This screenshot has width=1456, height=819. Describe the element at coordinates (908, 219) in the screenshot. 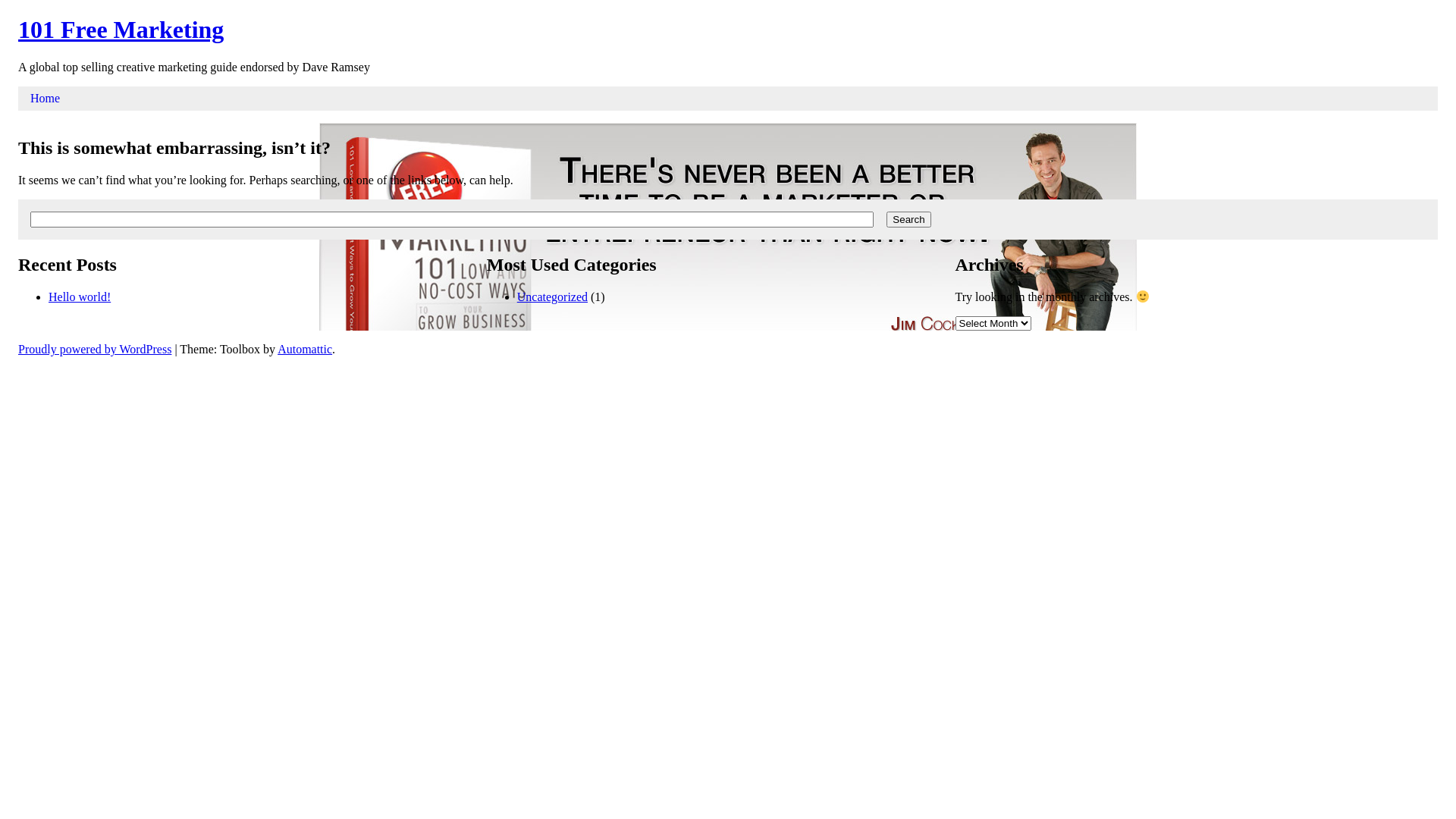

I see `'Search'` at that location.